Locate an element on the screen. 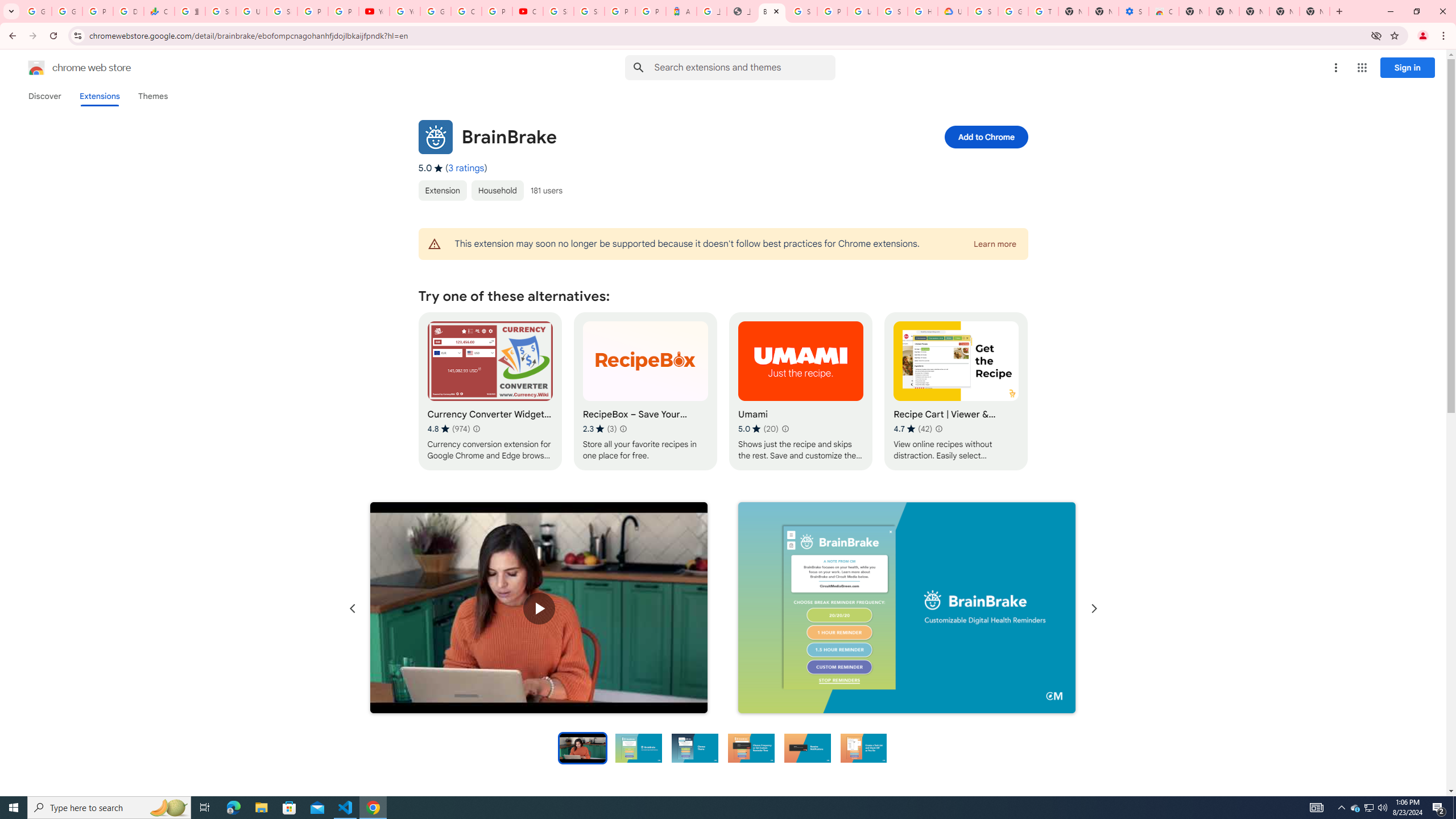  'Chrome Web Store - Accessibility extensions' is located at coordinates (1164, 11).